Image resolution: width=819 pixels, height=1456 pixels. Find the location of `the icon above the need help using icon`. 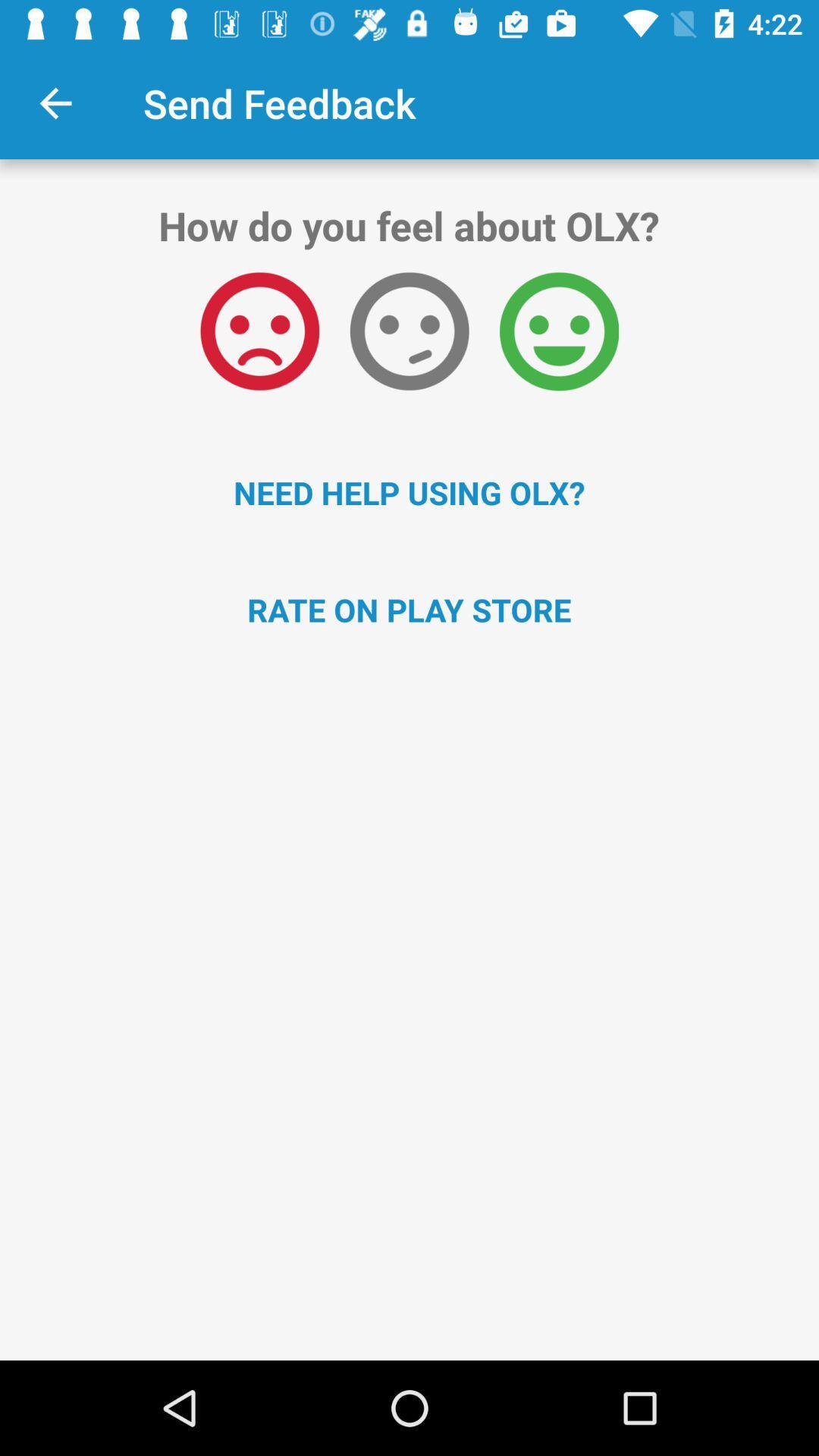

the icon above the need help using icon is located at coordinates (559, 331).